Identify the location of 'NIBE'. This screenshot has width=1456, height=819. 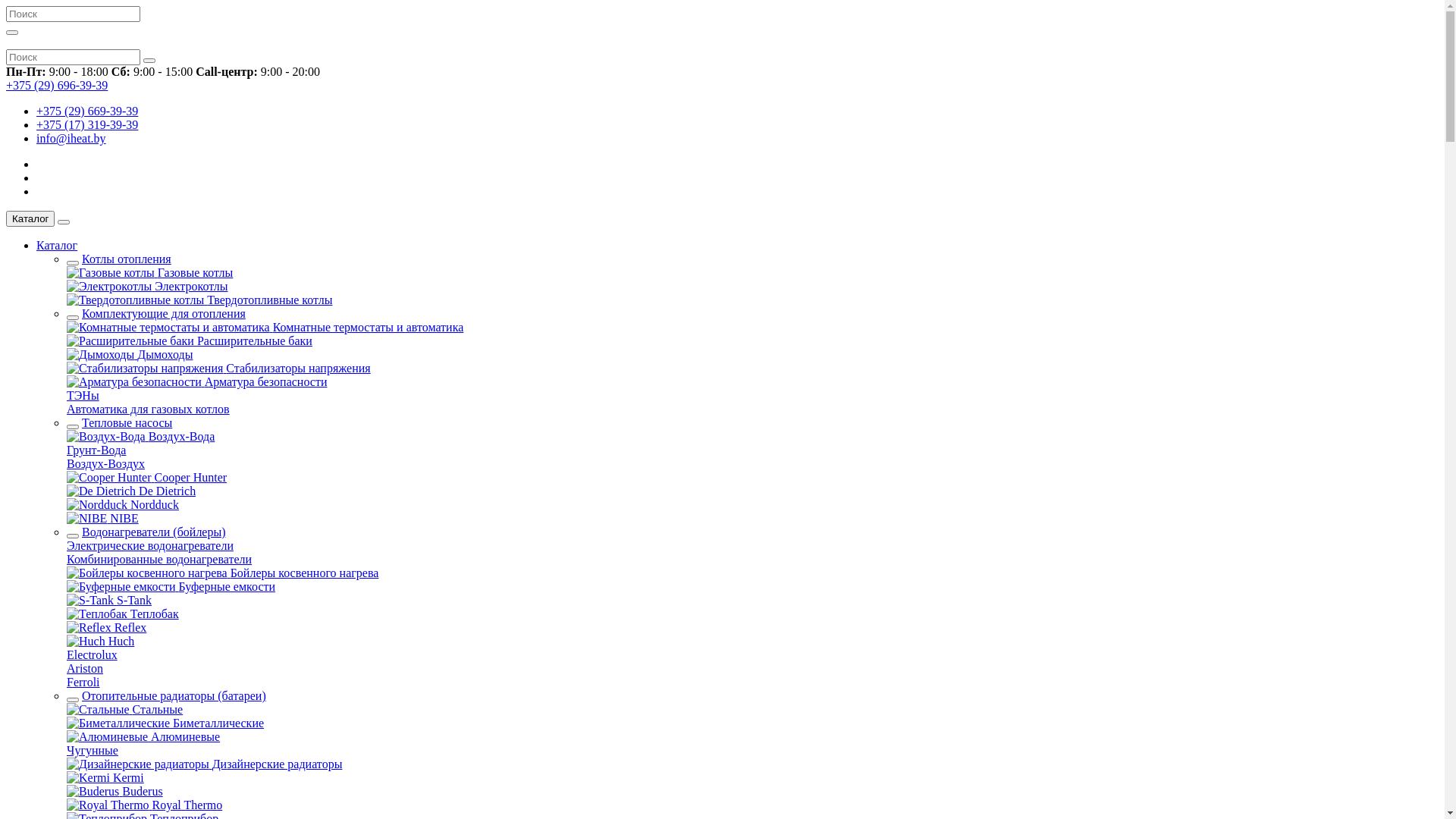
(65, 517).